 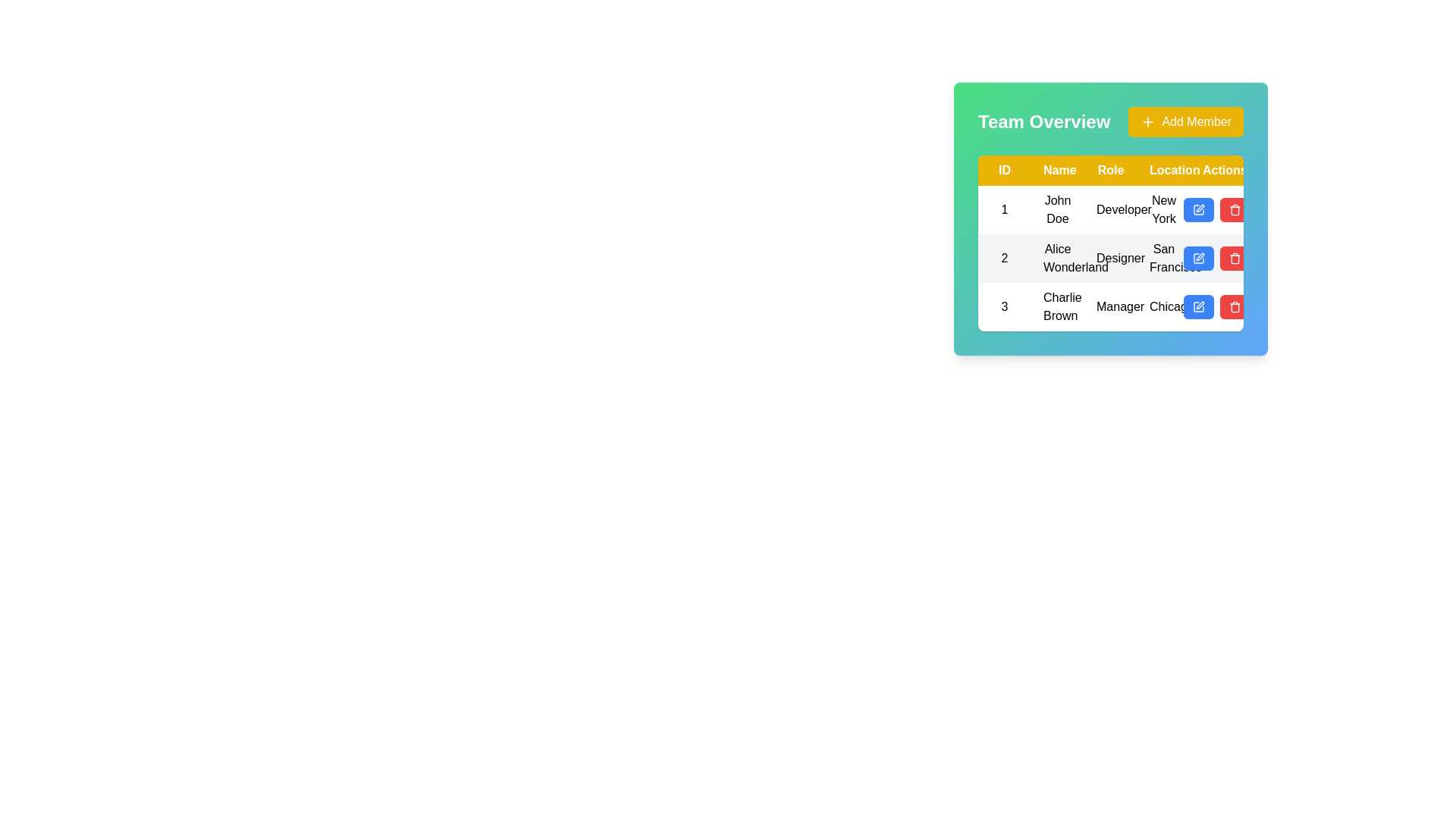 I want to click on the header cell labeled 'Role' in the table, which has a yellow background and white text, positioned between 'Name' and 'Location', so click(x=1110, y=170).